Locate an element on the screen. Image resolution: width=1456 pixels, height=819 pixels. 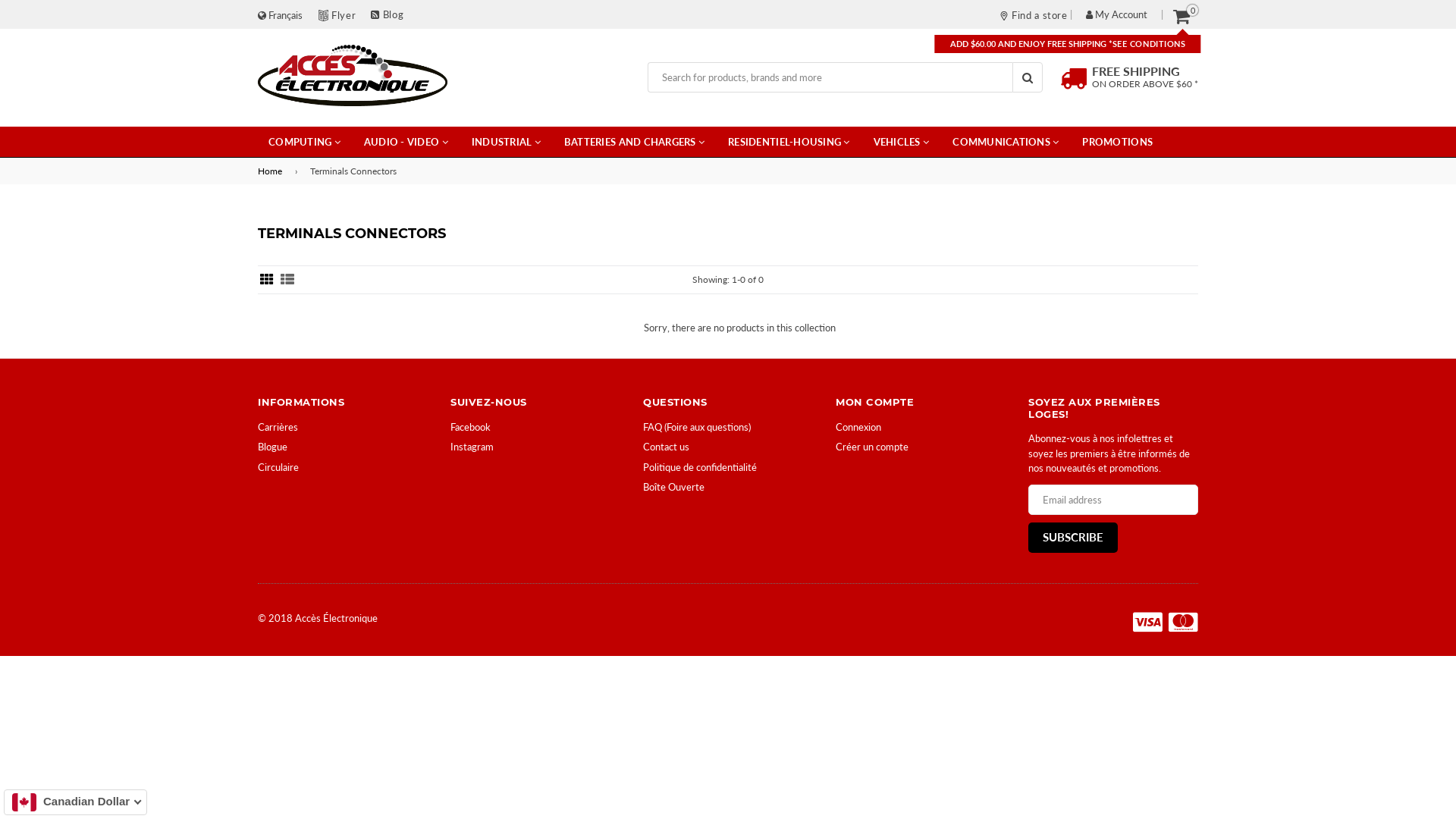
'SEE CONDITIONS' is located at coordinates (1149, 42).